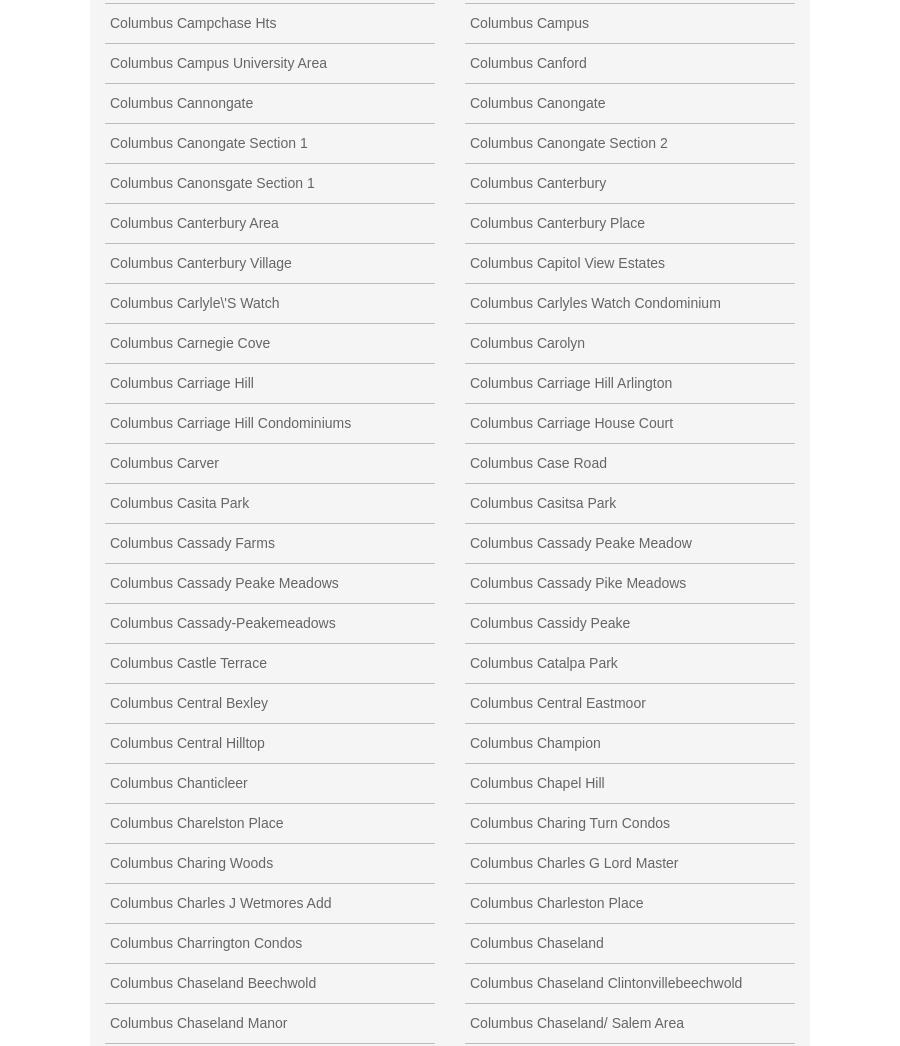 The image size is (900, 1046). I want to click on 'Columbus Carlyles Watch Condominium', so click(594, 301).